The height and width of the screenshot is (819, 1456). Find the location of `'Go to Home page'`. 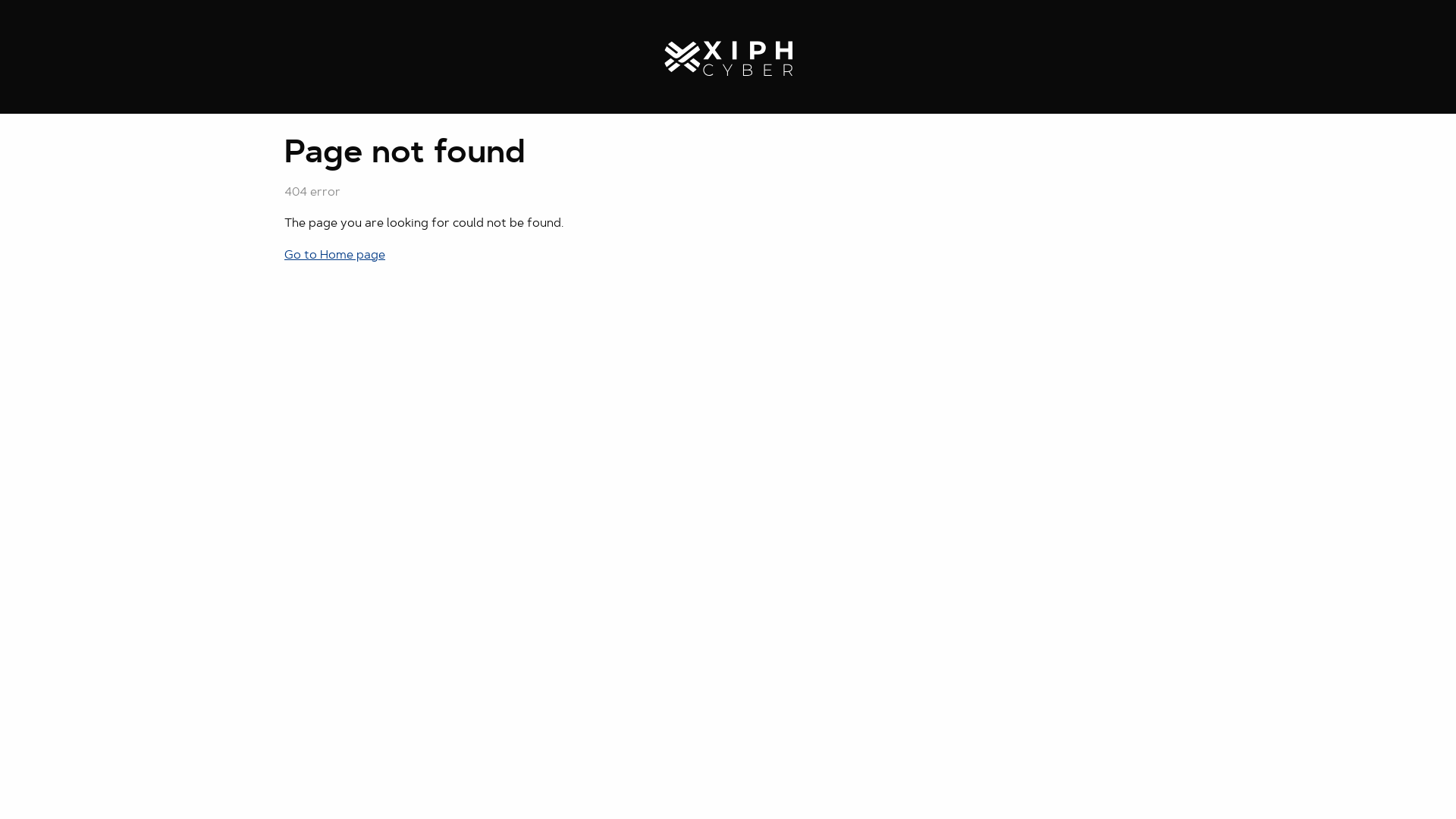

'Go to Home page' is located at coordinates (334, 254).